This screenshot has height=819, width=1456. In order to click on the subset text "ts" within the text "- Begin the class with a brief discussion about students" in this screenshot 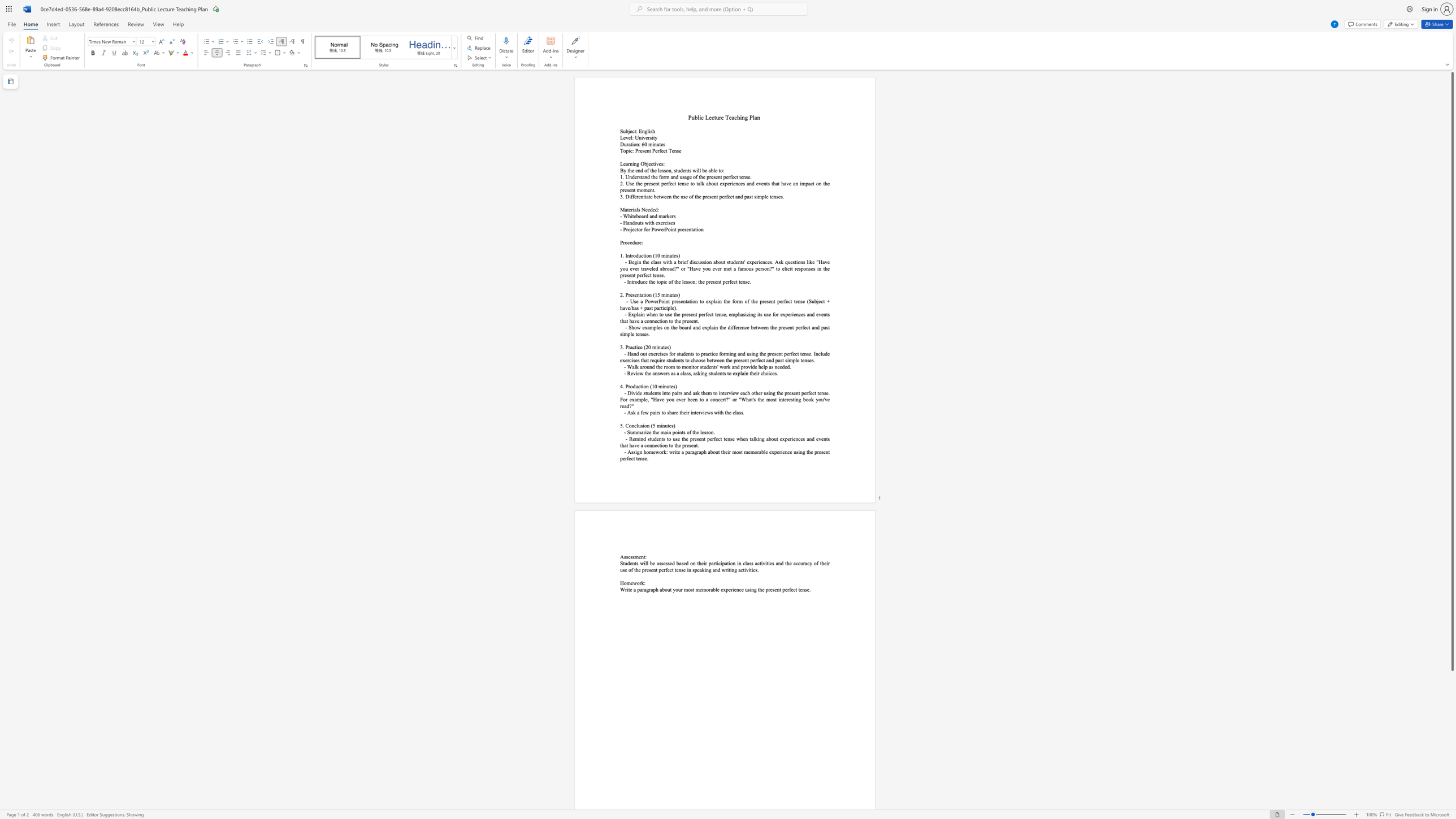, I will do `click(740, 262)`.